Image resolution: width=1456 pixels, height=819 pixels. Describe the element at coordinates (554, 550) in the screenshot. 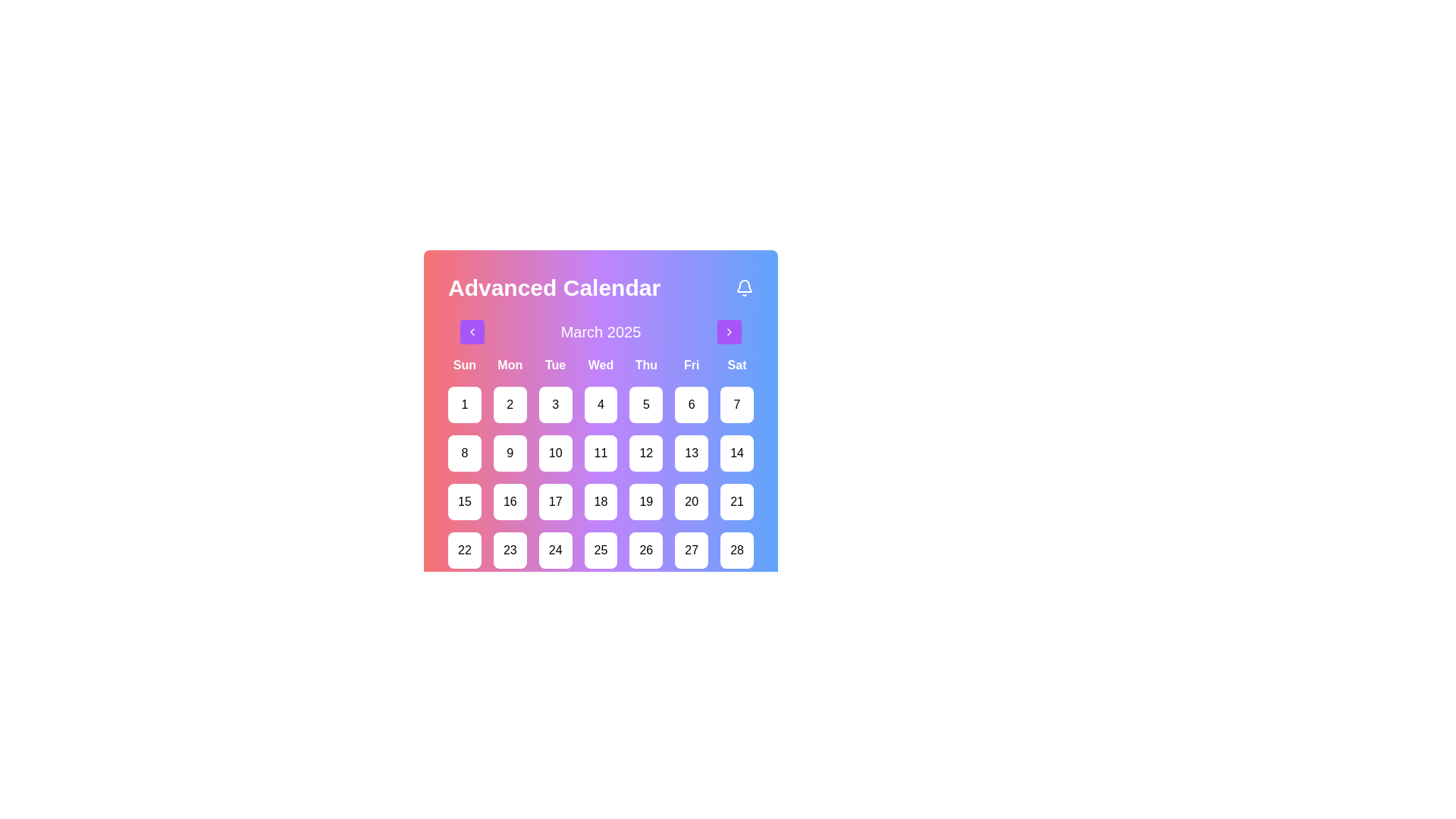

I see `the button-like element representing the date '24' in the calendar for March 2025, located in the 4th row and 4th column` at that location.